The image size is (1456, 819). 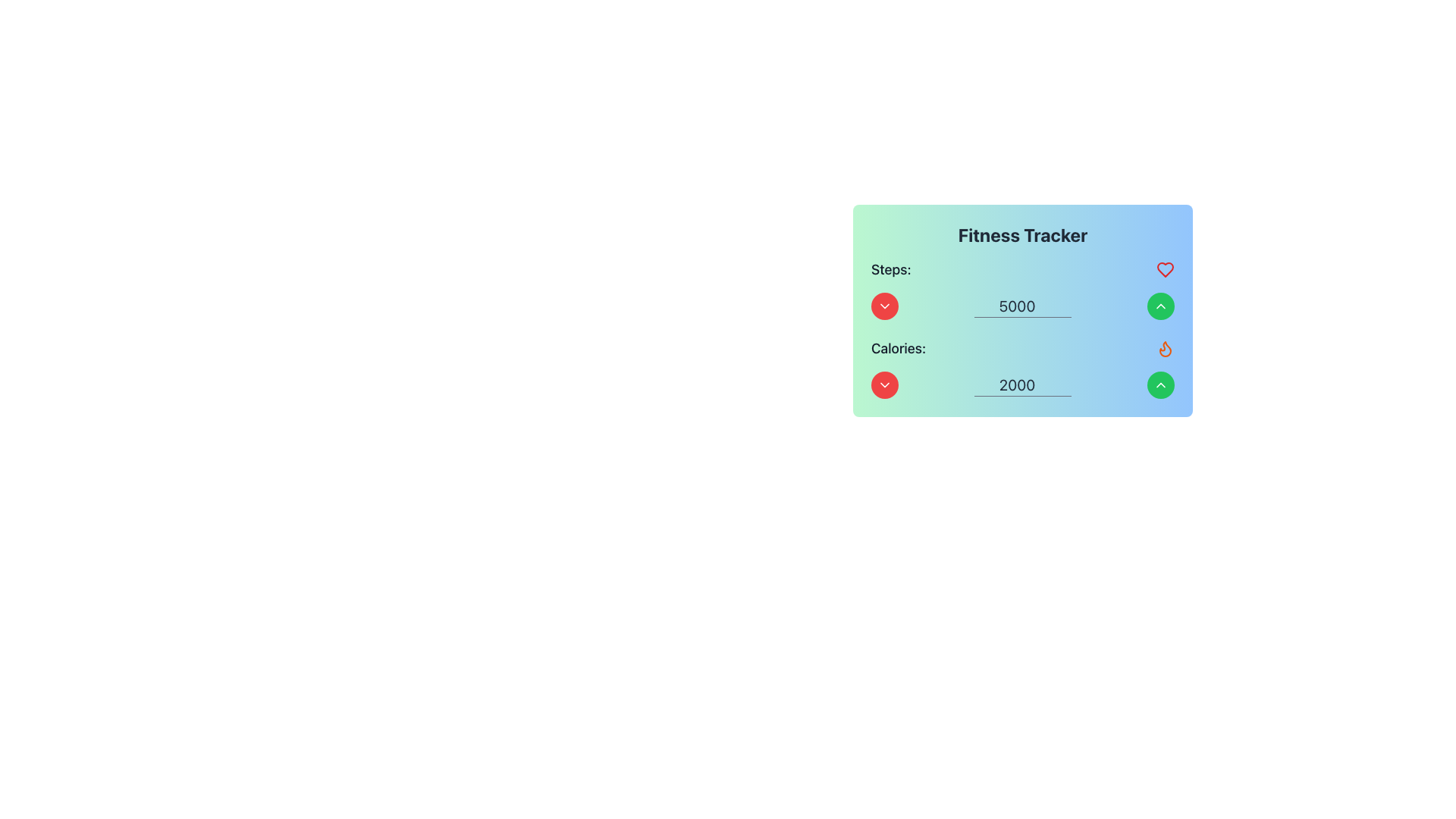 I want to click on the heart icon located in the upper-right corner of the 'Fitness Tracker' interface, so click(x=1164, y=268).